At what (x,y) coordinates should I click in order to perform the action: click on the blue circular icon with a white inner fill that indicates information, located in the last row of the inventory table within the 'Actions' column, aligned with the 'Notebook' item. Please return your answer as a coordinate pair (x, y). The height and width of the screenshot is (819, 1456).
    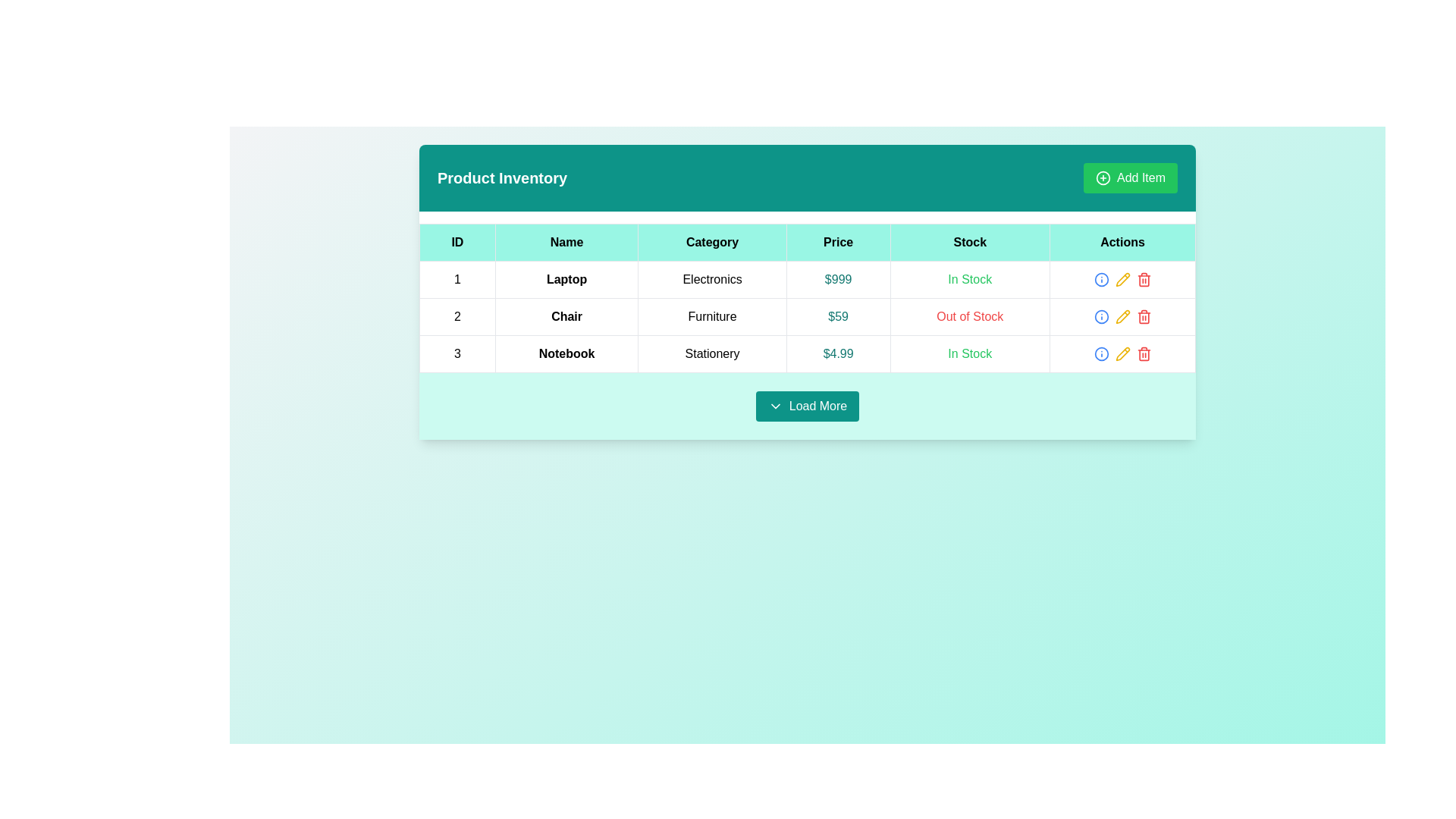
    Looking at the image, I should click on (1101, 315).